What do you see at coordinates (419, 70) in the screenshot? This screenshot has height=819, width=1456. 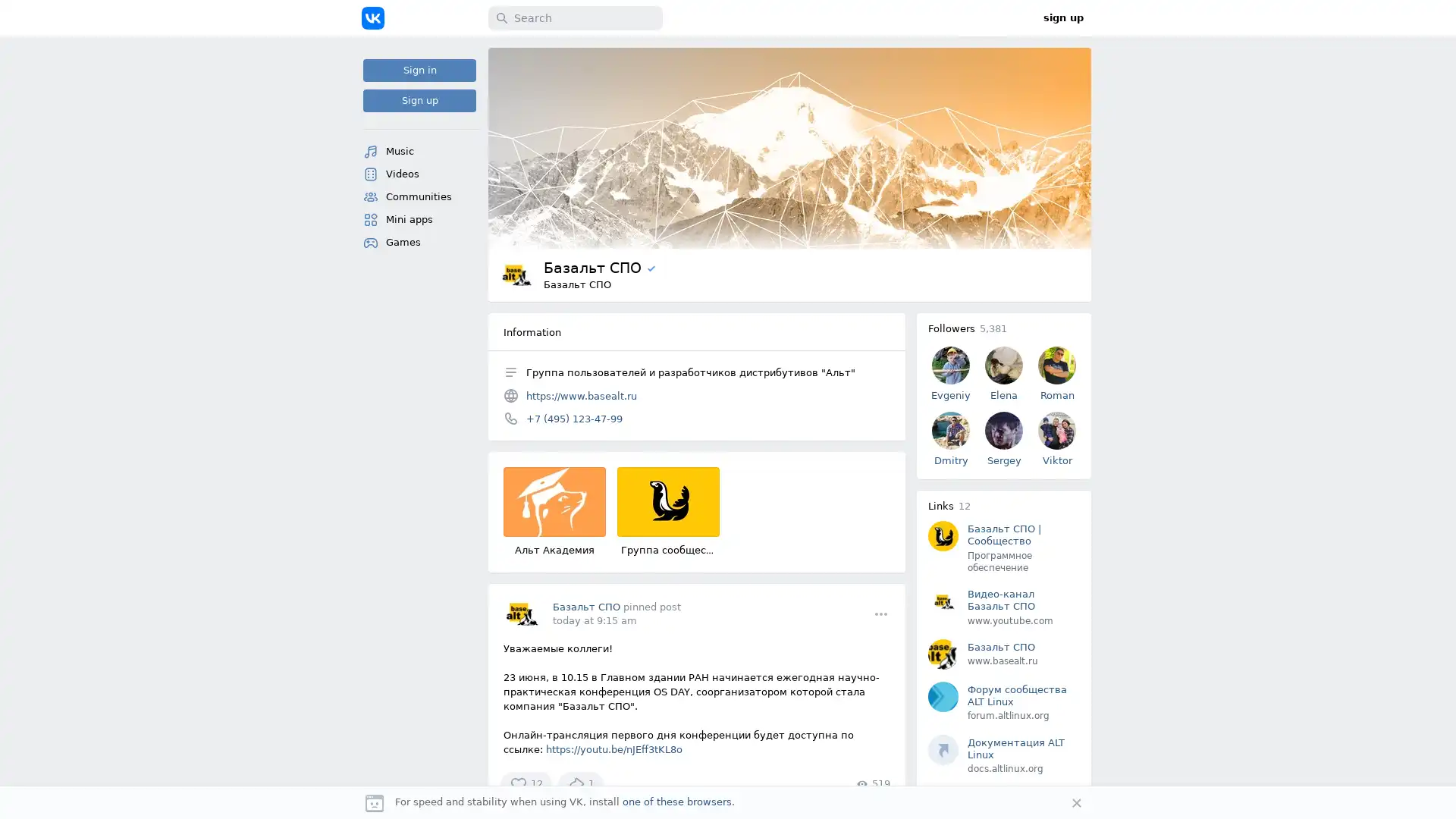 I see `Sign in` at bounding box center [419, 70].